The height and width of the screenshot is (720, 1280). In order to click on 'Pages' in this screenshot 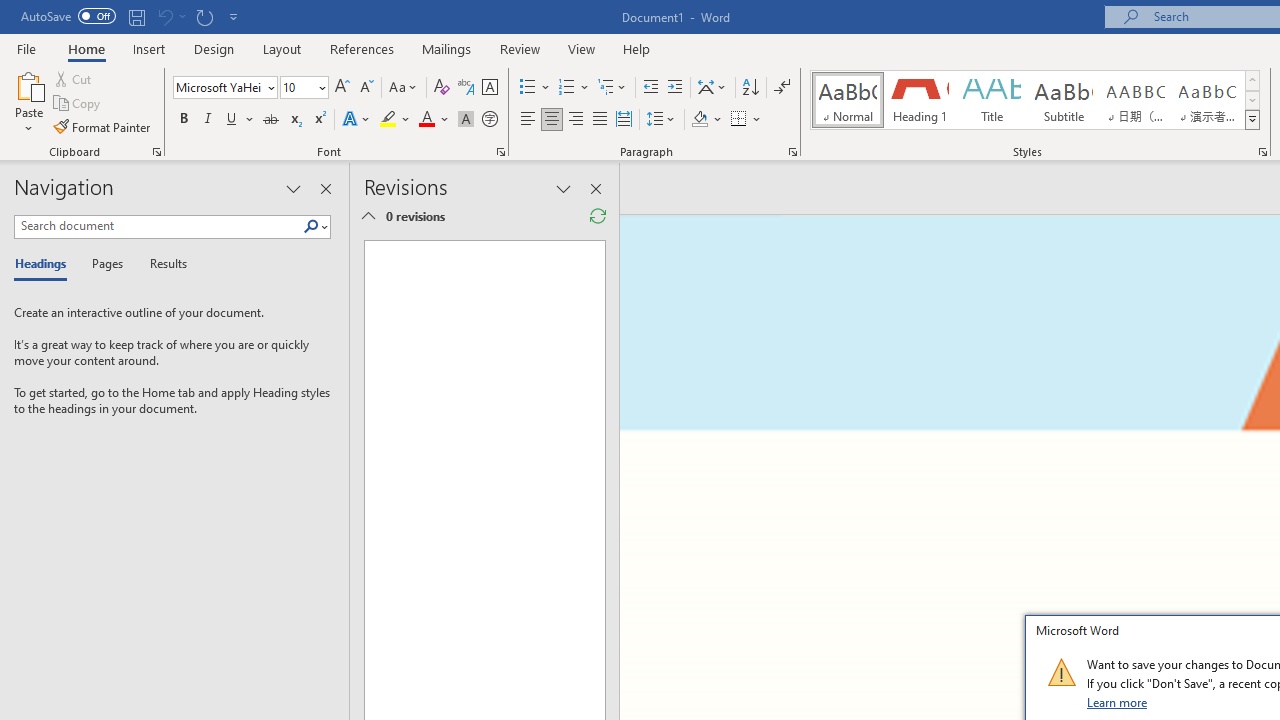, I will do `click(104, 264)`.